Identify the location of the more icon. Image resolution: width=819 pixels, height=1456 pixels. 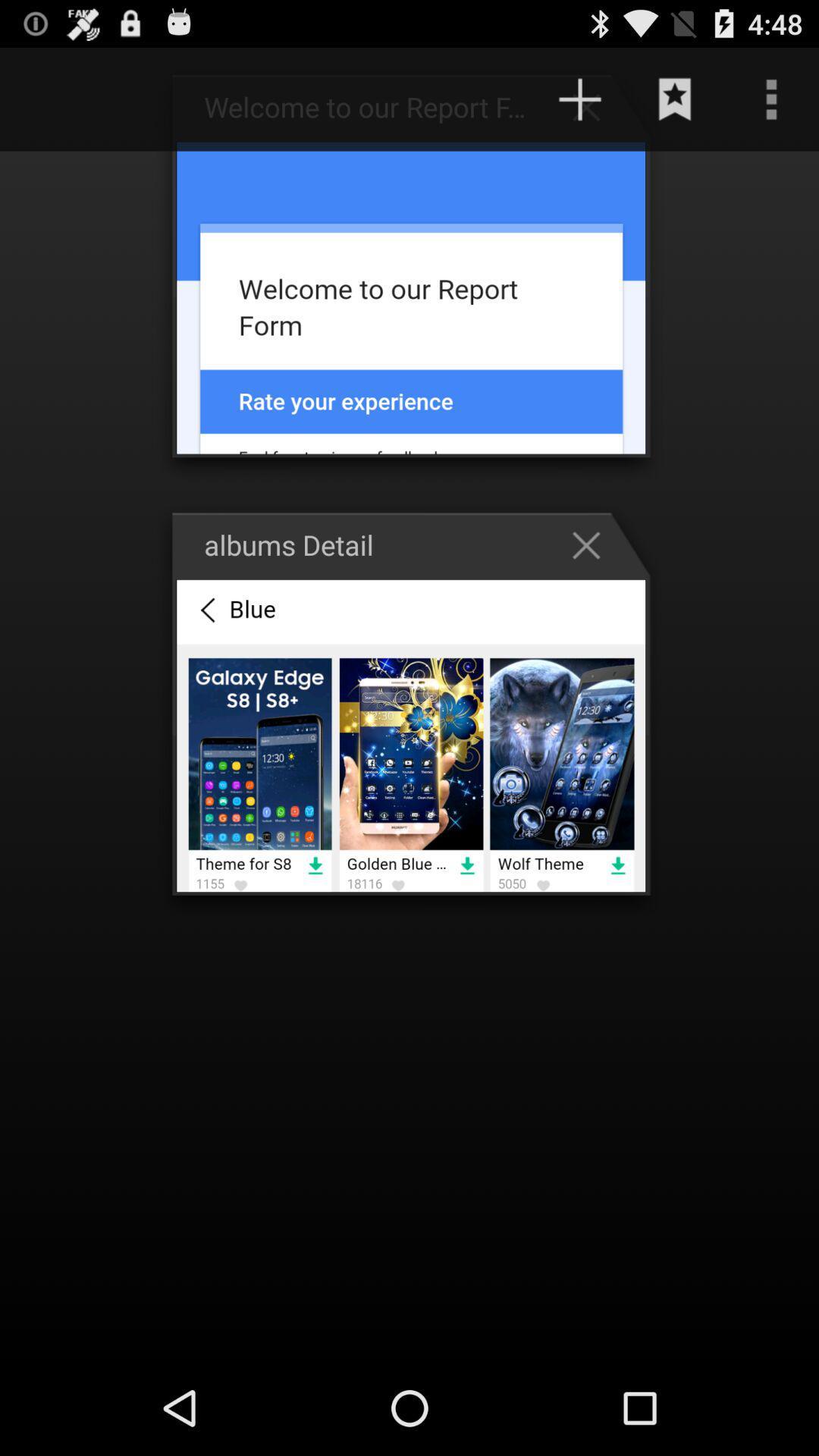
(771, 105).